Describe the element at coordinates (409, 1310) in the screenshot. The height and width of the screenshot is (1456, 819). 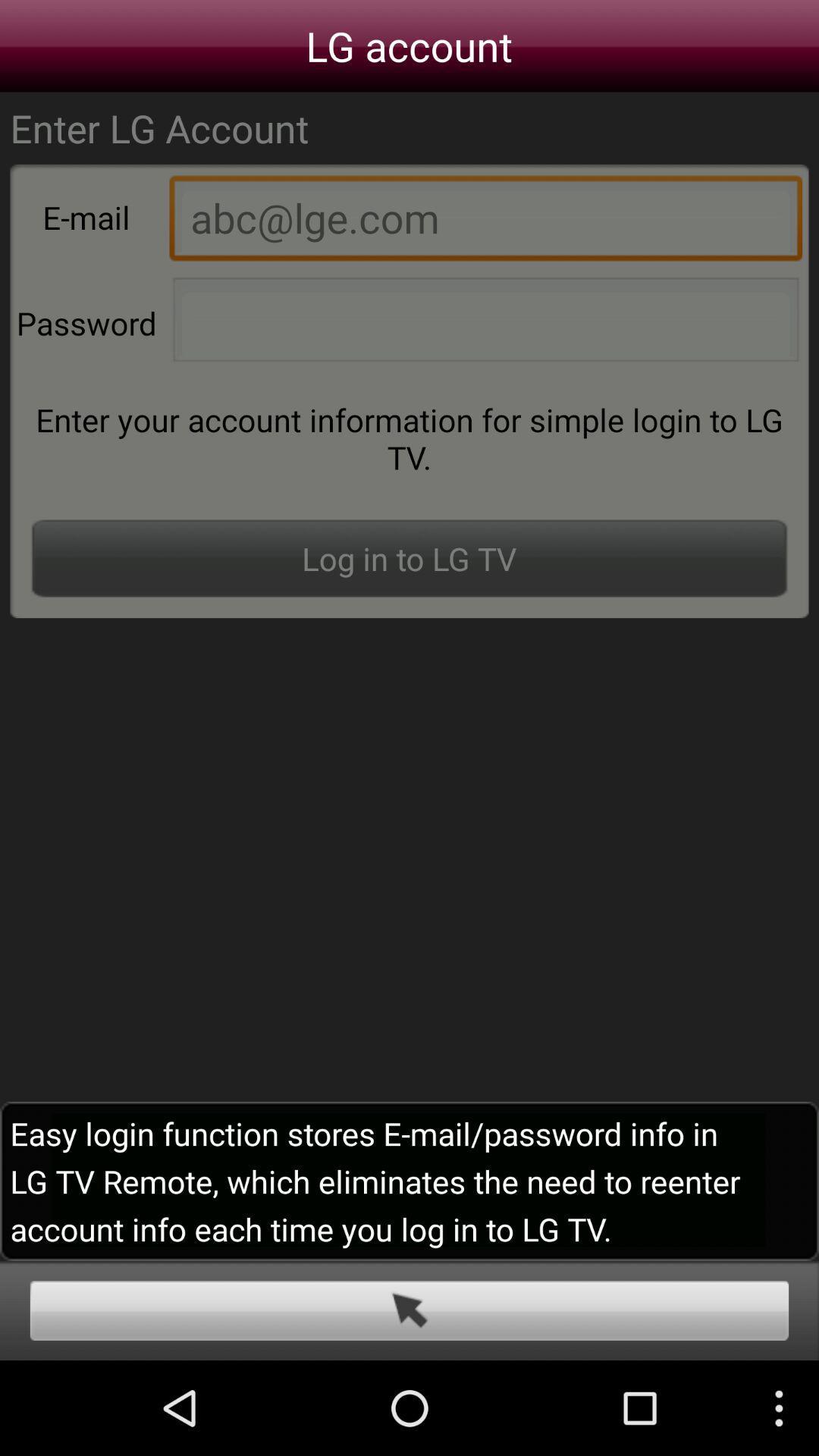
I see `the button on the bottom line of the web page` at that location.